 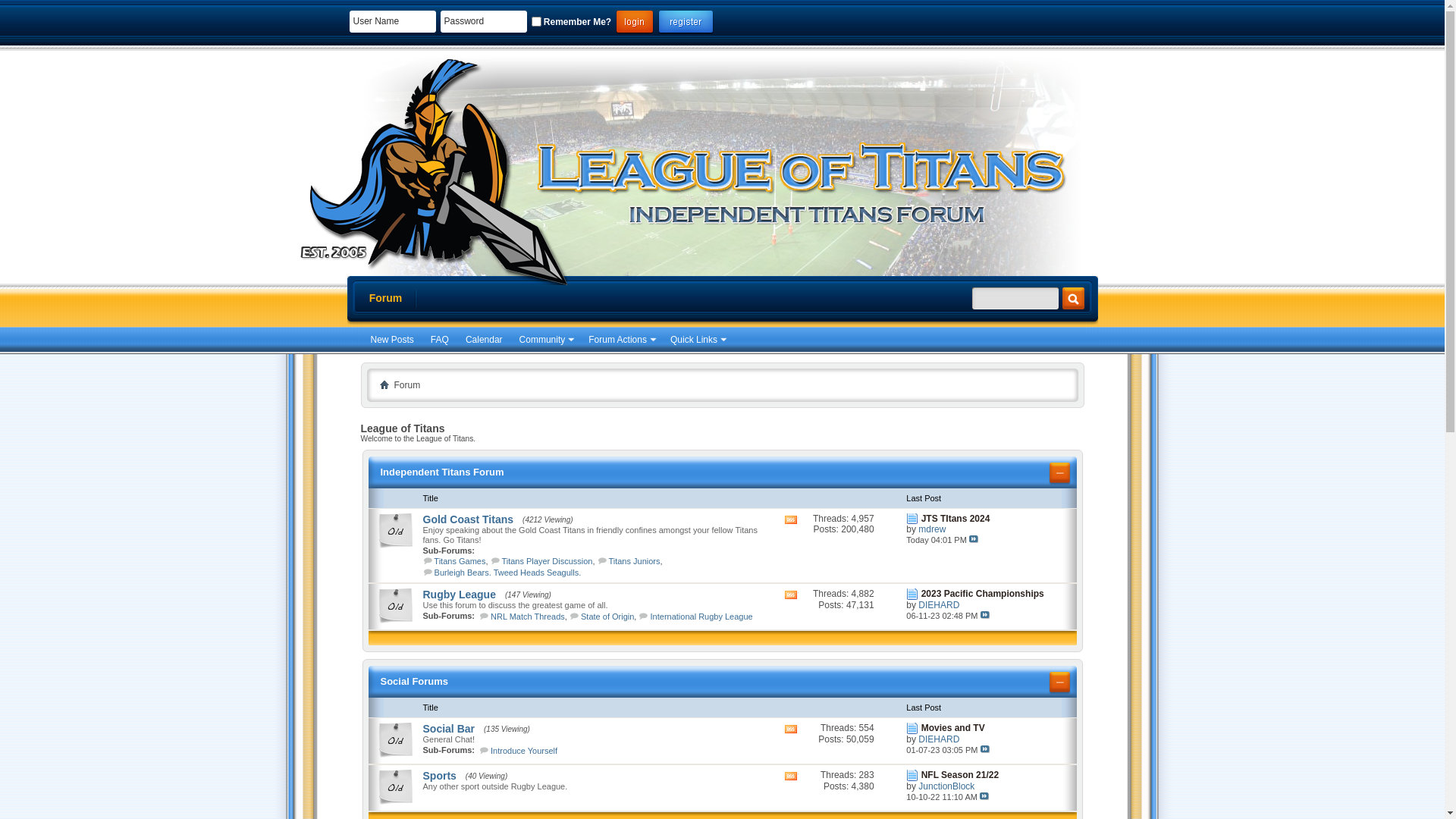 What do you see at coordinates (528, 617) in the screenshot?
I see `'NRL Match Threads'` at bounding box center [528, 617].